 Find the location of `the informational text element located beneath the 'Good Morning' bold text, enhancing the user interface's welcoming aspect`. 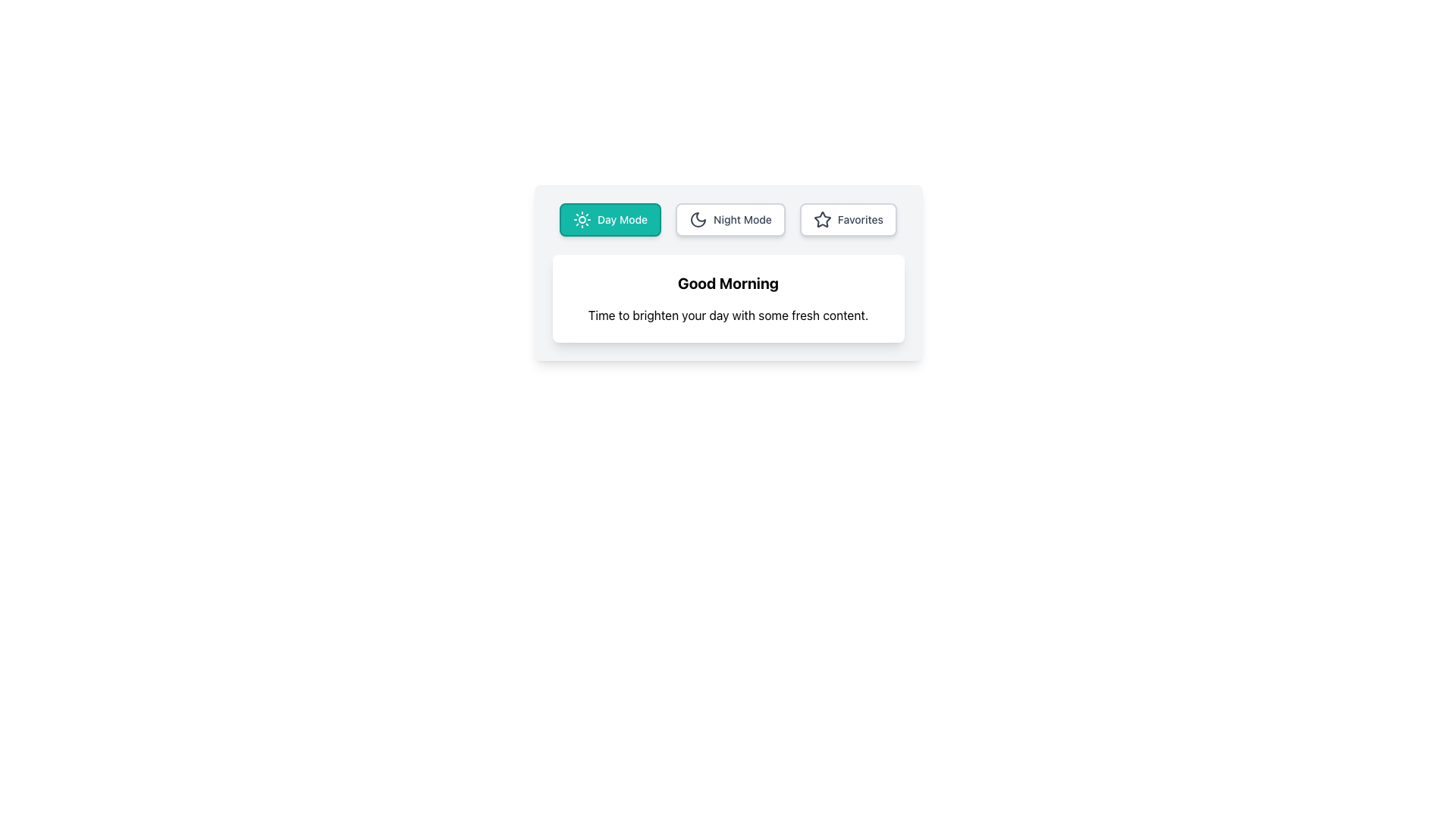

the informational text element located beneath the 'Good Morning' bold text, enhancing the user interface's welcoming aspect is located at coordinates (728, 315).